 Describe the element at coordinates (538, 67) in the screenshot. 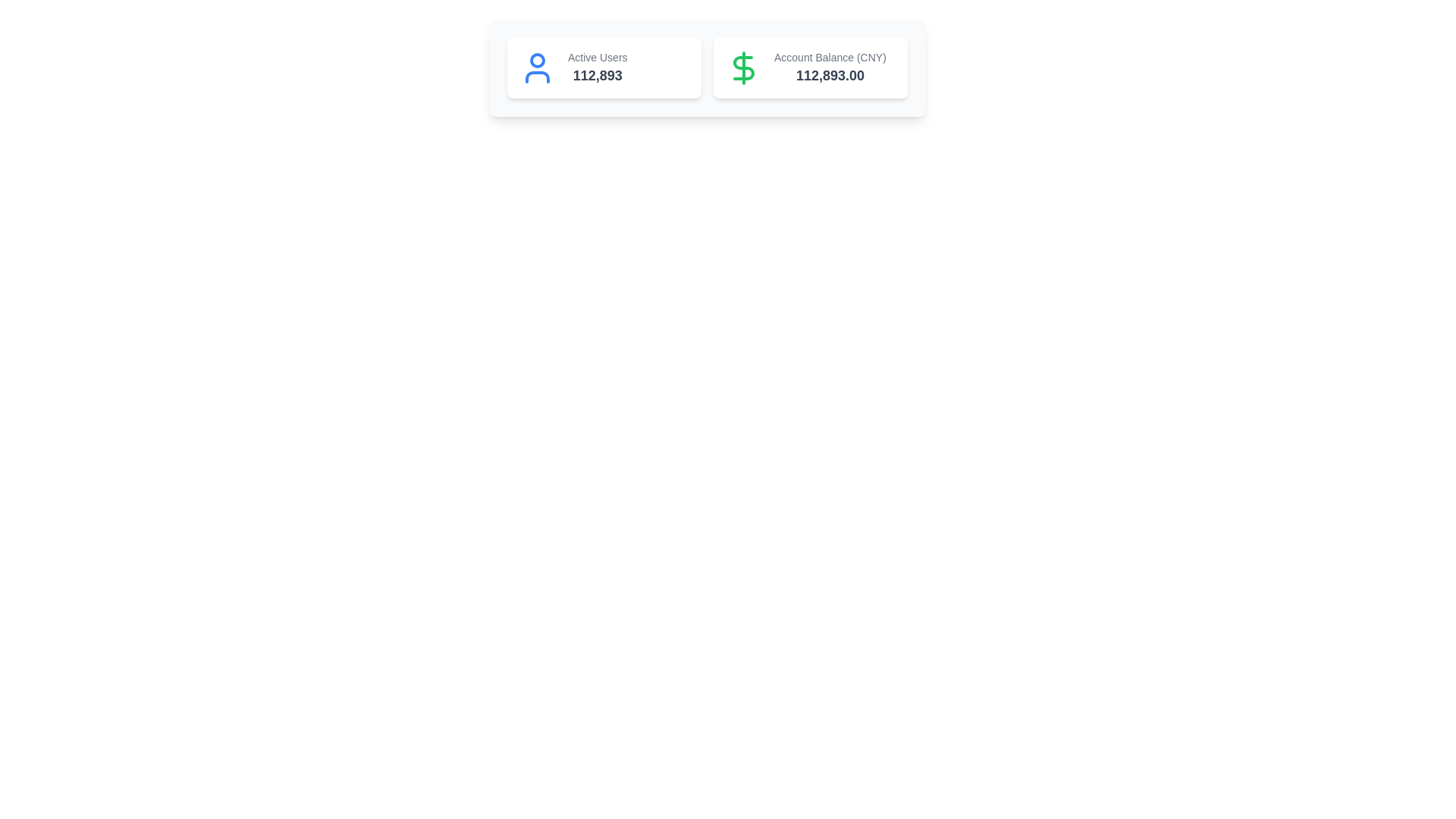

I see `the SVG icon representing user count, positioned at the top-left corner of the card displaying 'Active Users' and '112,893'` at that location.